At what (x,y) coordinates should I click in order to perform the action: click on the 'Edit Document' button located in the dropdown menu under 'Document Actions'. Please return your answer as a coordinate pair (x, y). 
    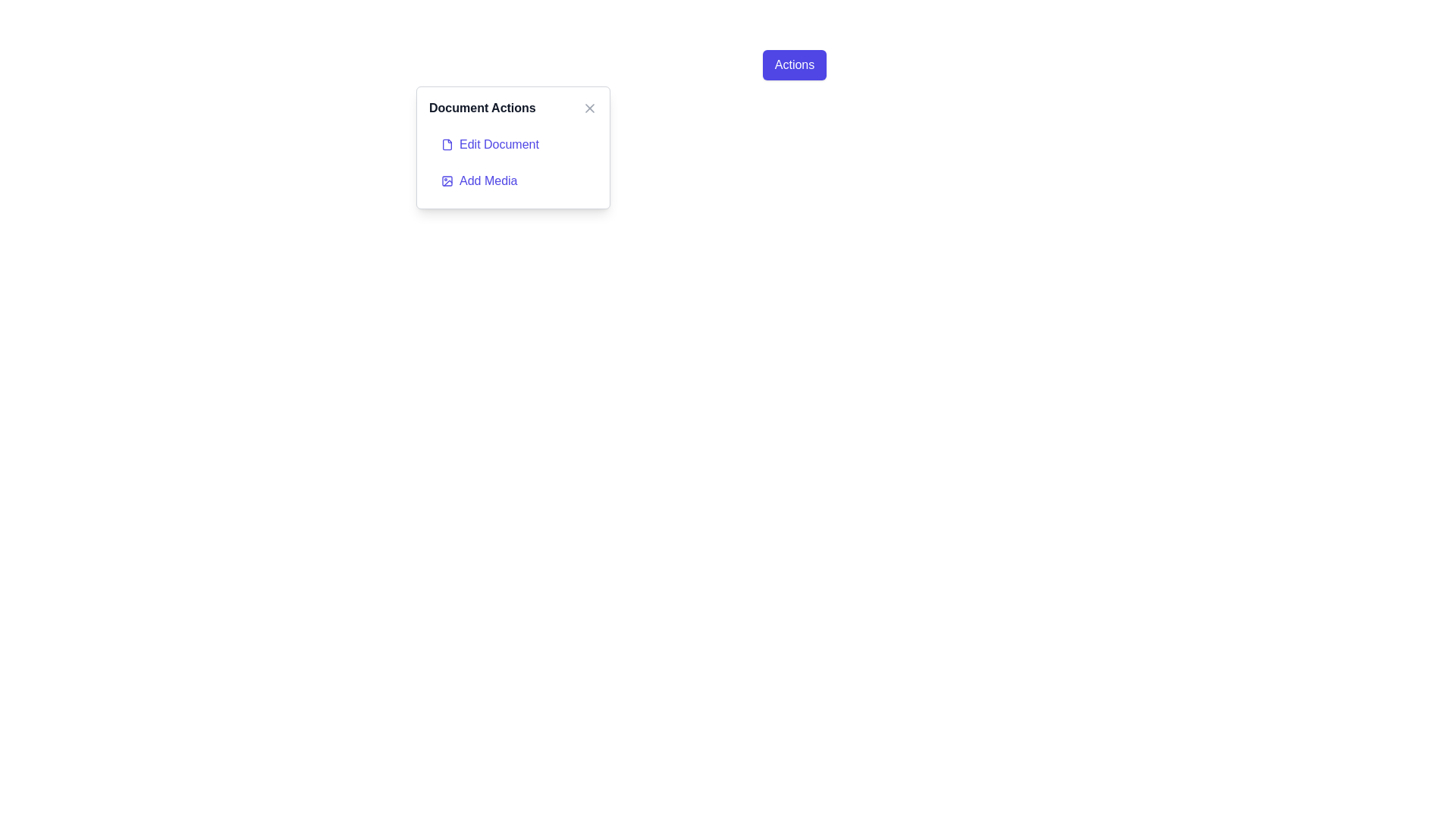
    Looking at the image, I should click on (513, 145).